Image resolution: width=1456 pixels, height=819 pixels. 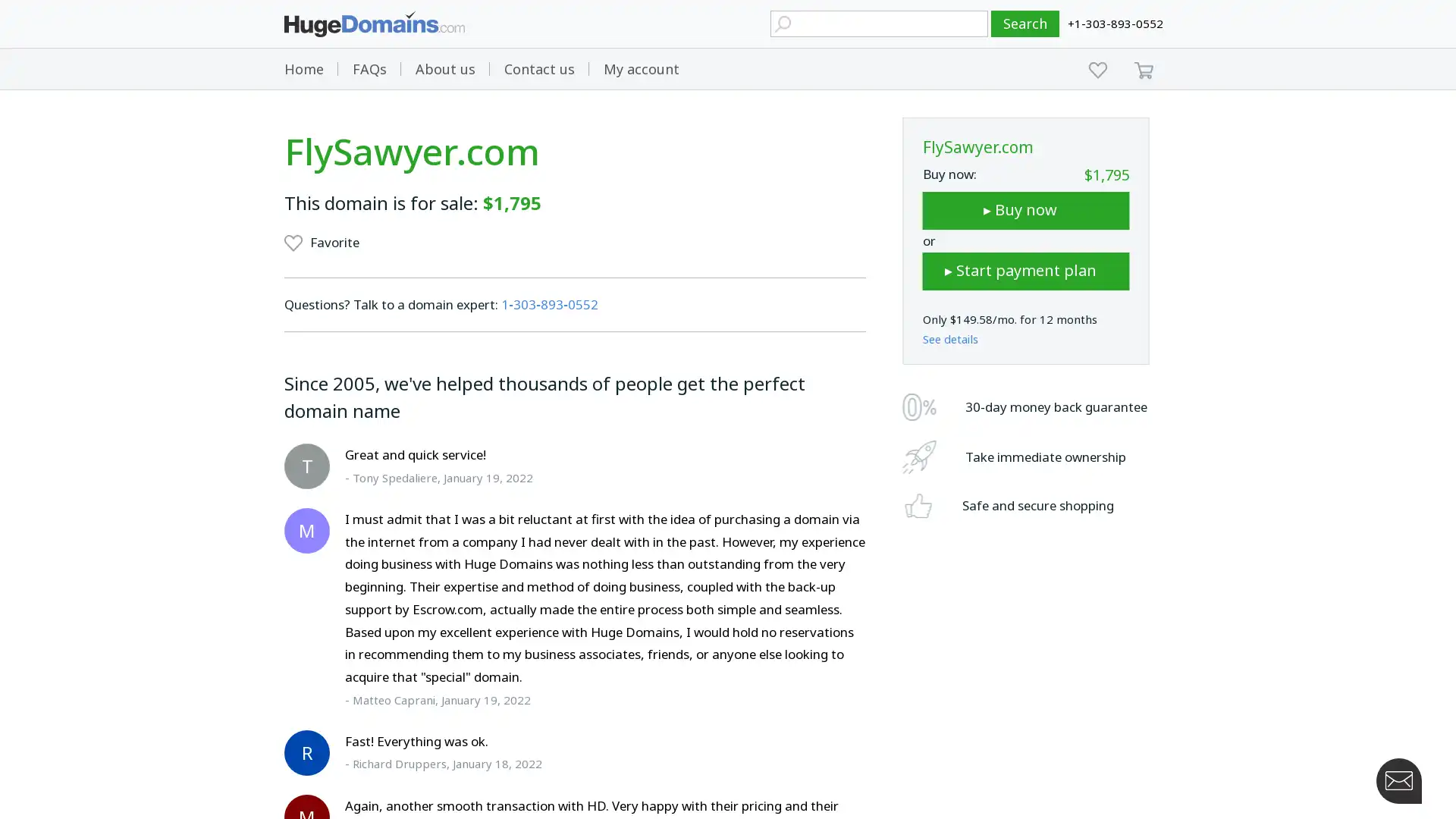 What do you see at coordinates (1025, 24) in the screenshot?
I see `Search` at bounding box center [1025, 24].